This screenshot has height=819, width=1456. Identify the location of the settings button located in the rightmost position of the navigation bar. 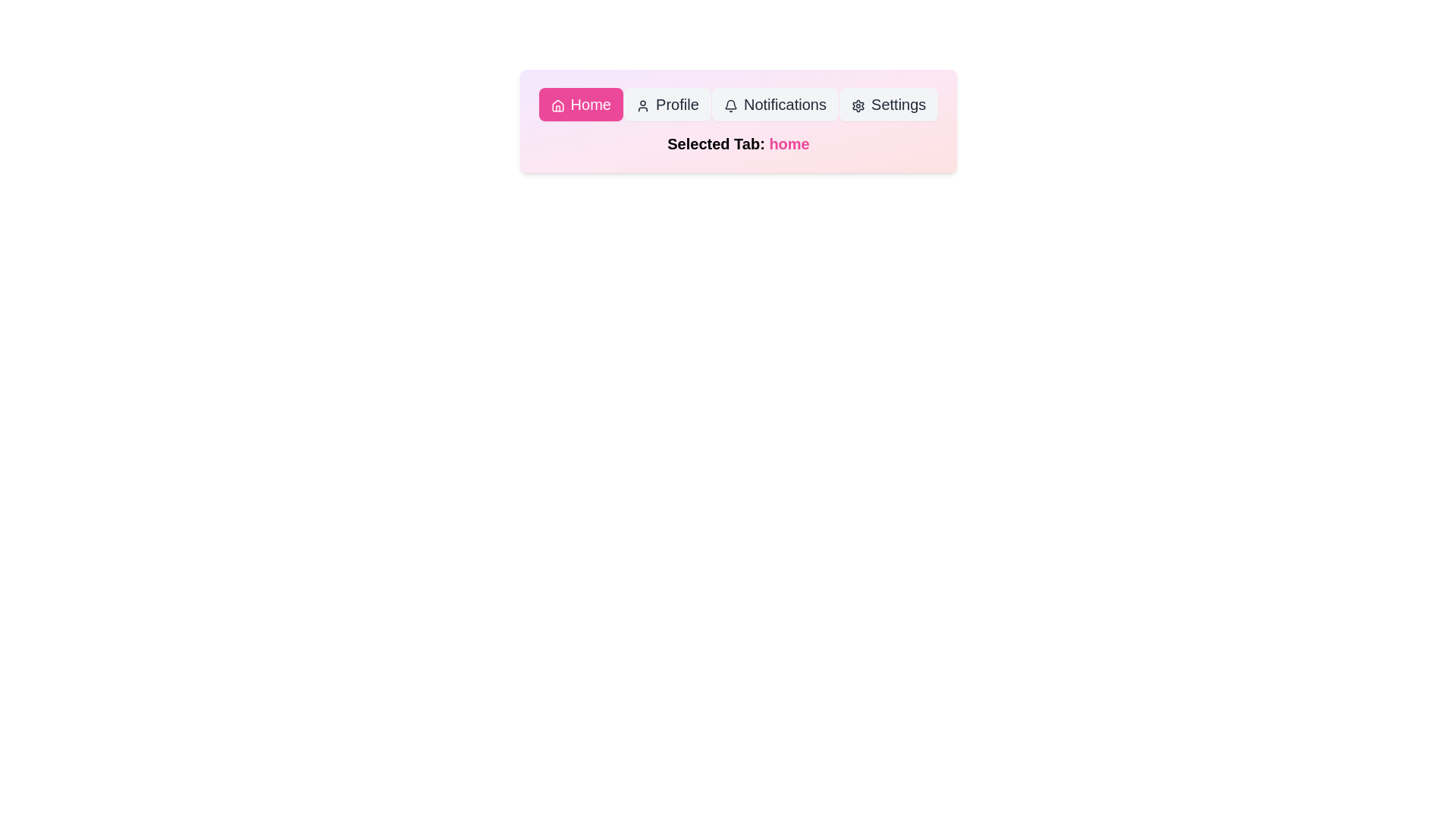
(889, 104).